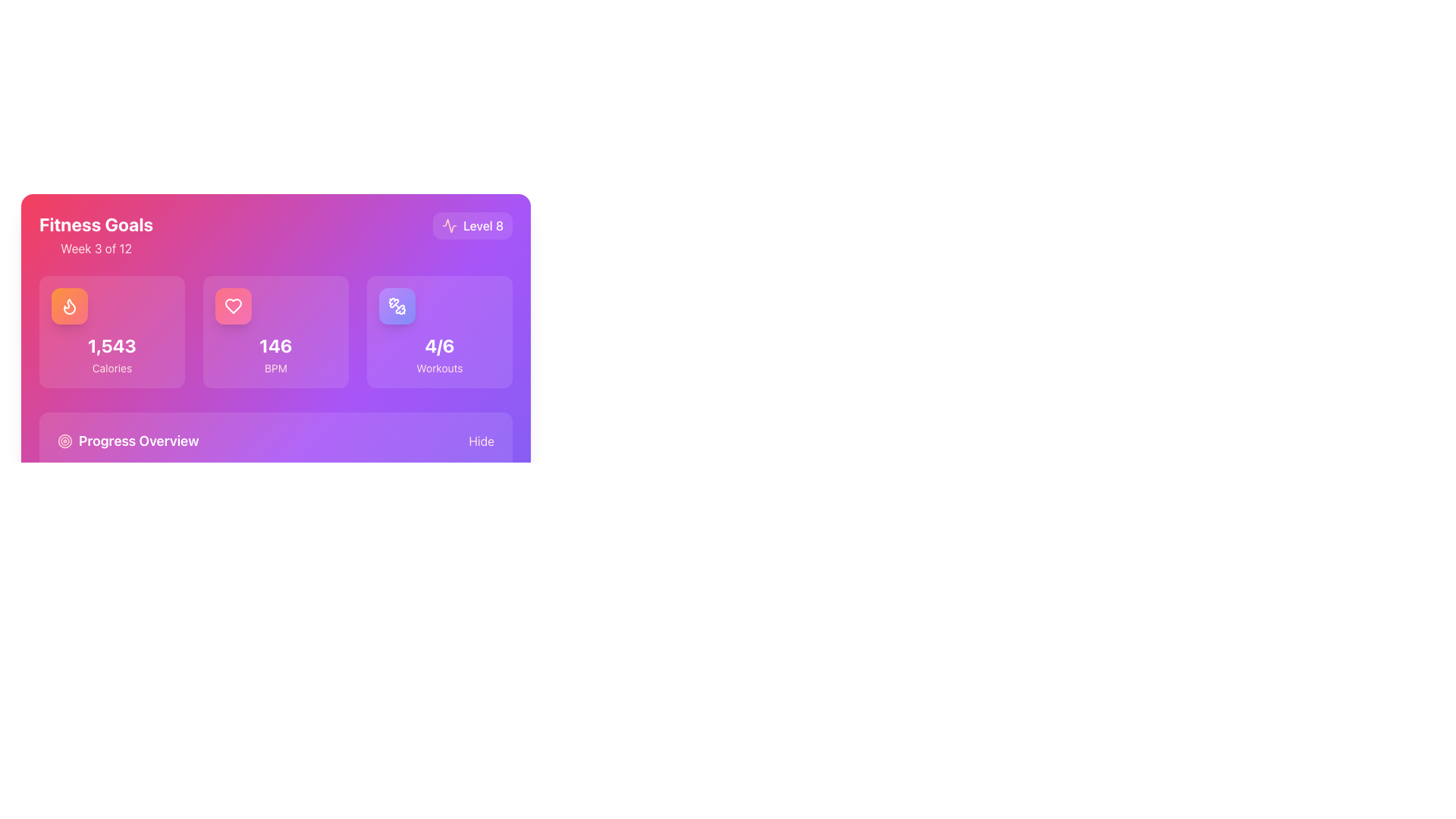 This screenshot has width=1456, height=819. What do you see at coordinates (276, 331) in the screenshot?
I see `displayed heart rate data from the informational card located in the fitness tracking dashboard, which is the second card in a horizontal grid layout` at bounding box center [276, 331].